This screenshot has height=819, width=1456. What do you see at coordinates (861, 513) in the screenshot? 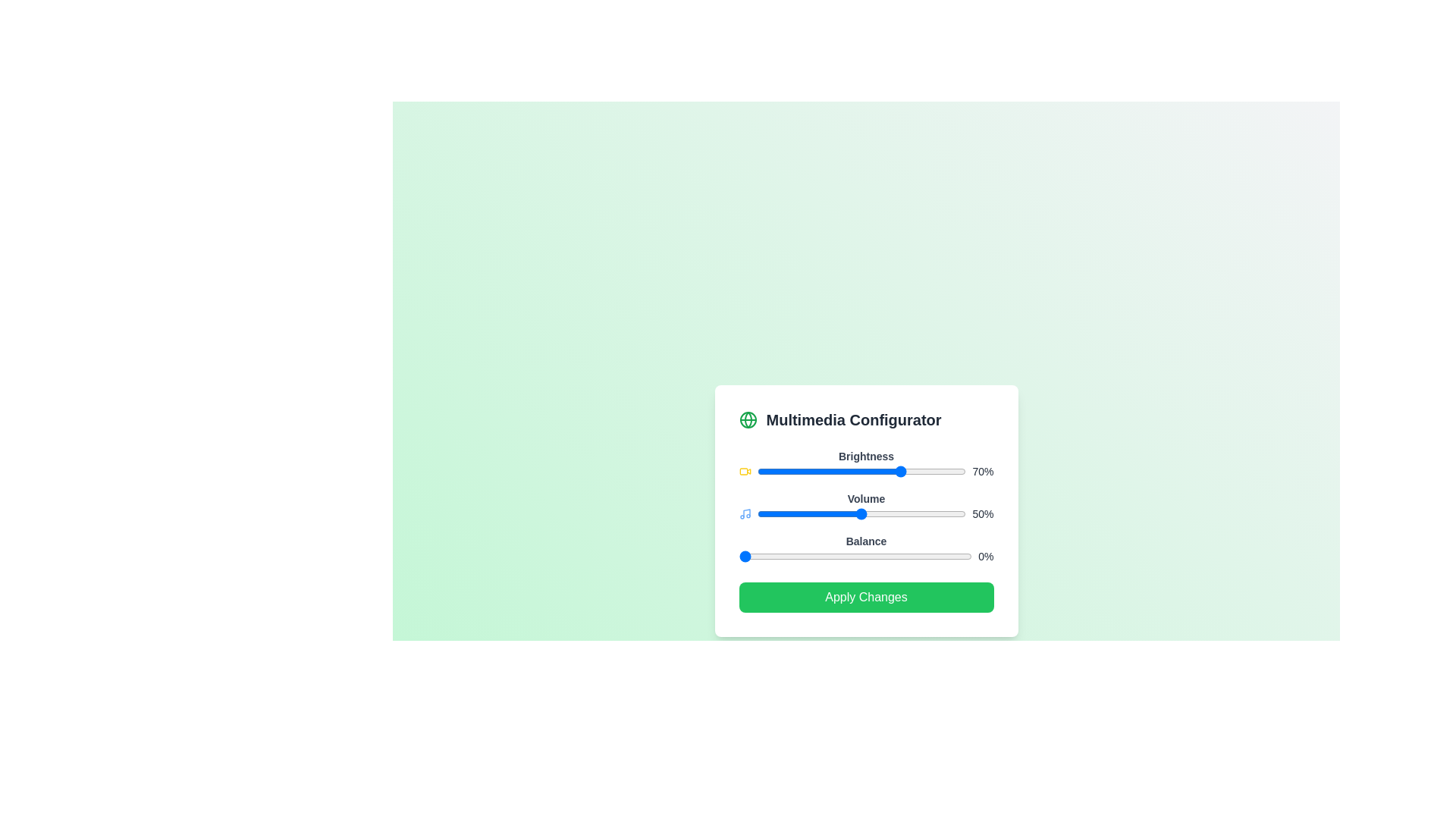
I see `the Volume slider to observe its interactive response` at bounding box center [861, 513].